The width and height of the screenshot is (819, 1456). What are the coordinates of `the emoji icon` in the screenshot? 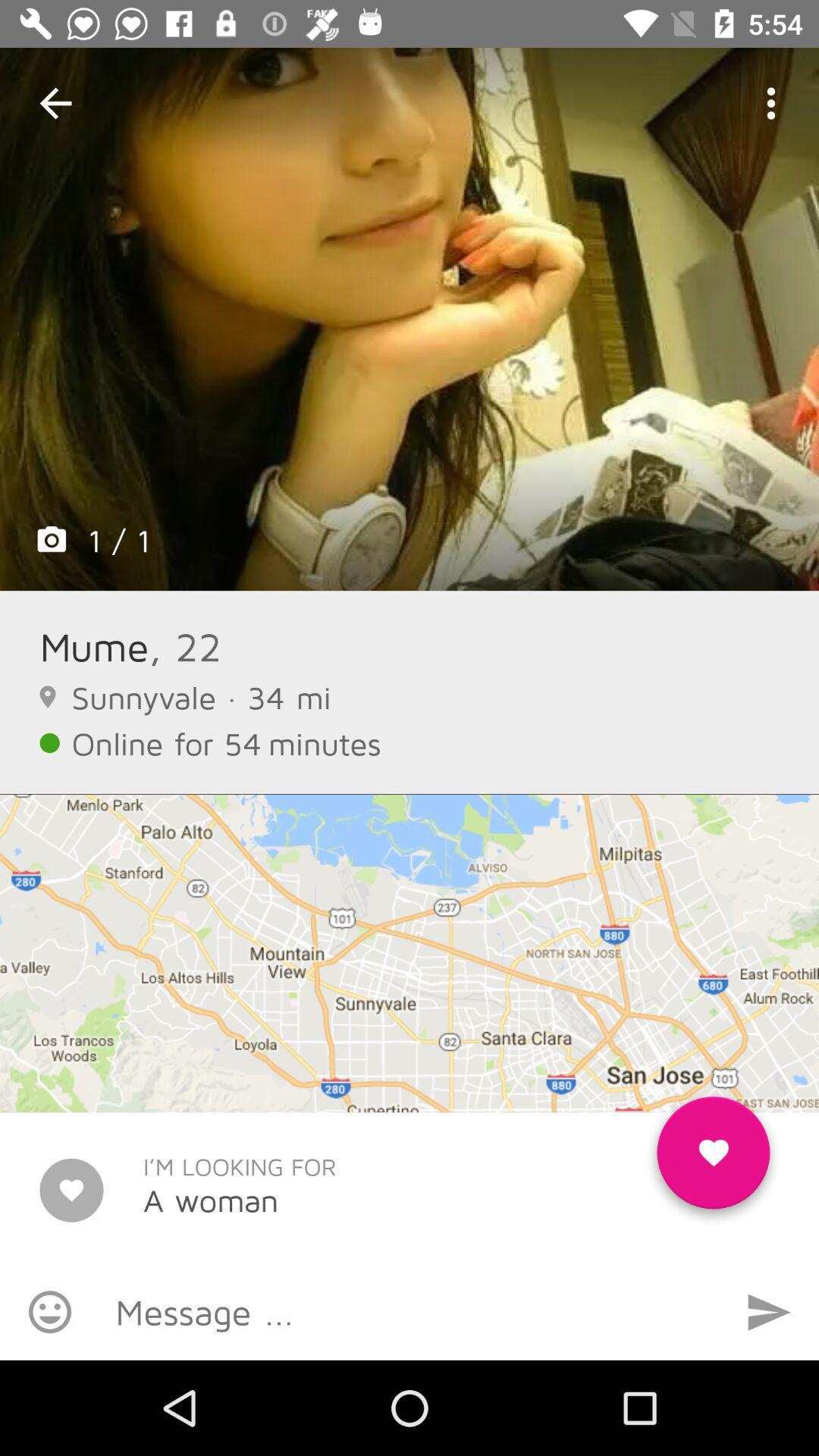 It's located at (49, 1311).